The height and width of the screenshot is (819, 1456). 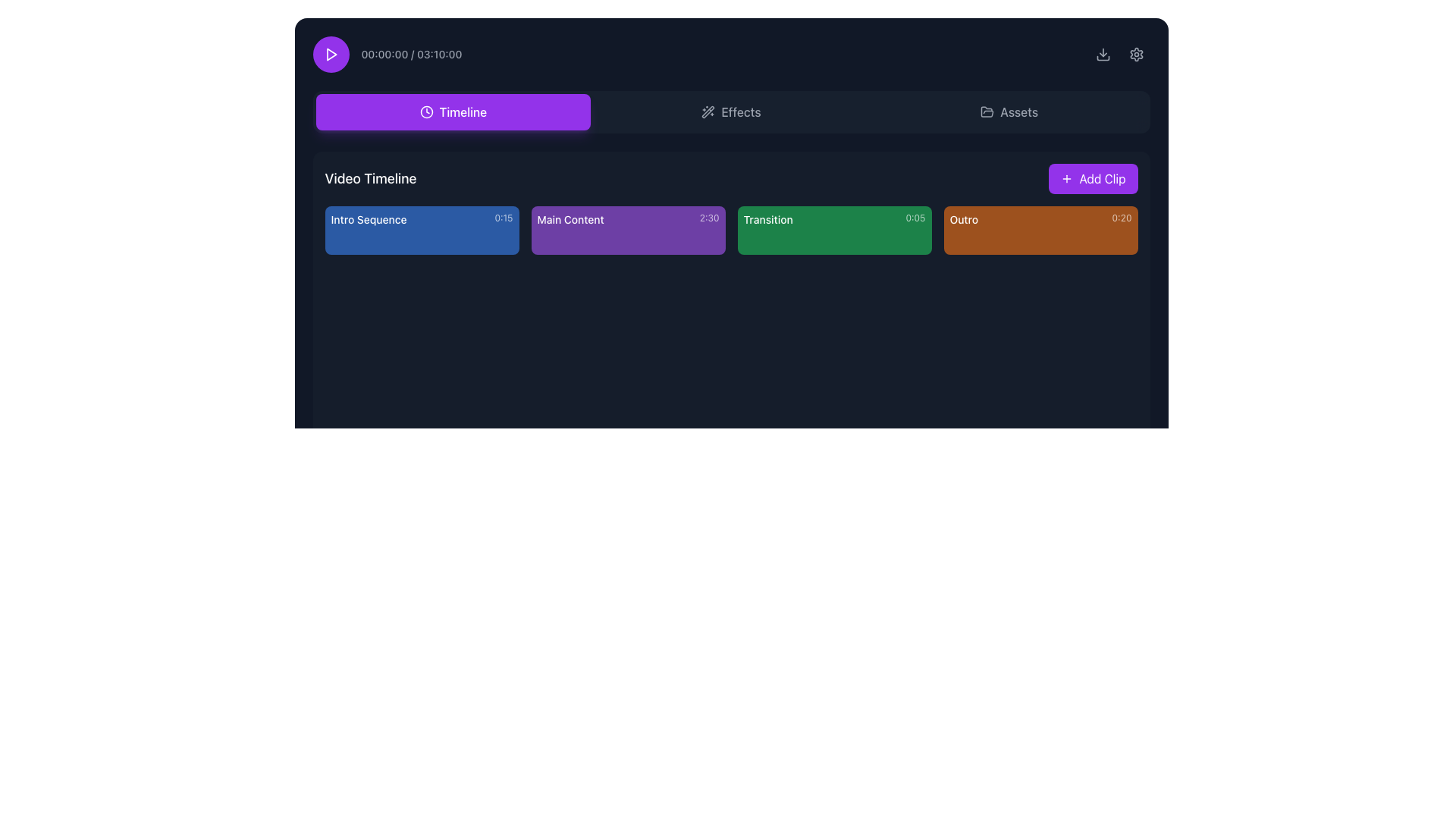 What do you see at coordinates (1136, 54) in the screenshot?
I see `the gear icon in the upper-right corner of the interface` at bounding box center [1136, 54].